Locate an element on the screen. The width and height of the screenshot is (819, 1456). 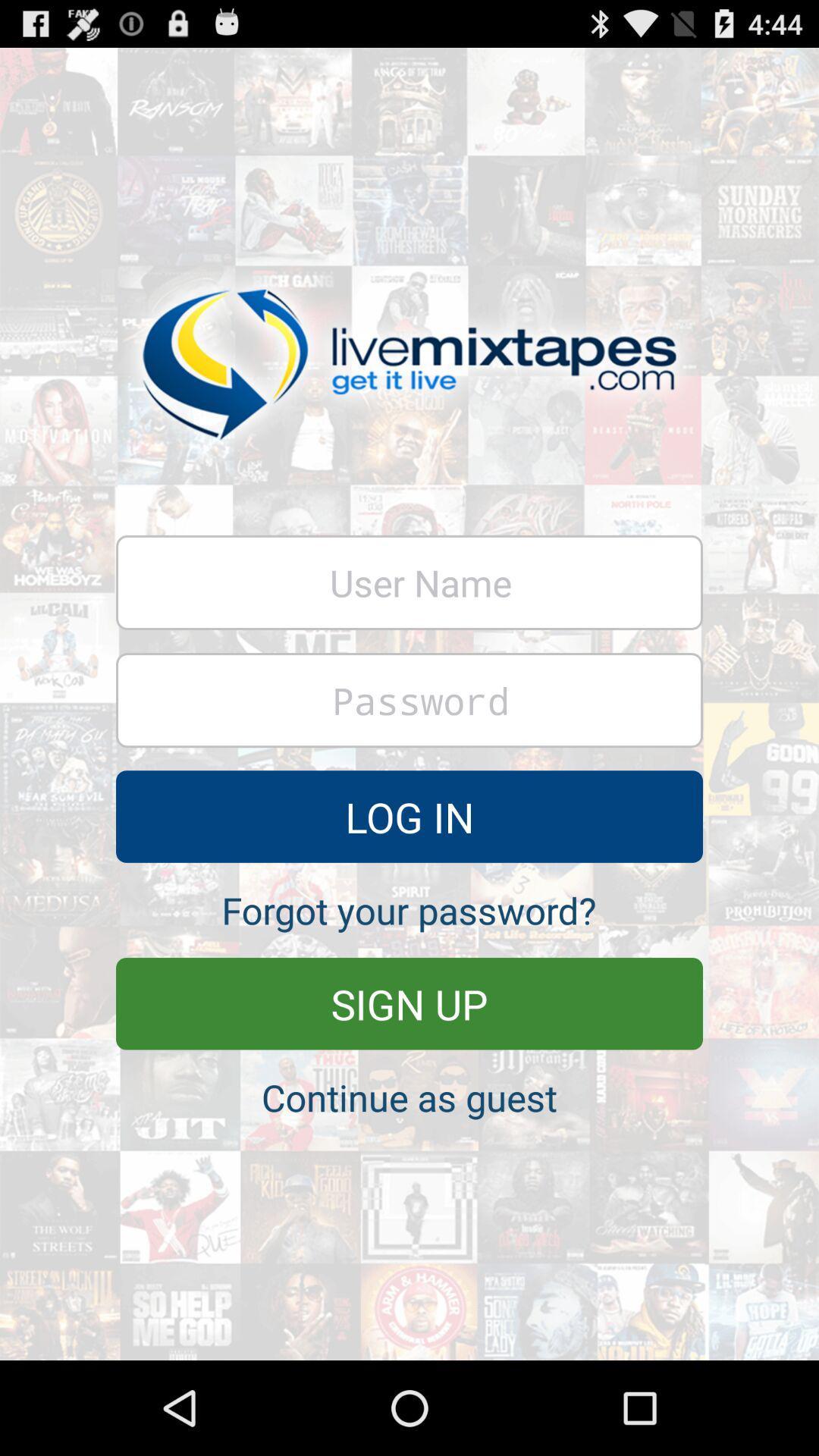
user name is located at coordinates (409, 582).